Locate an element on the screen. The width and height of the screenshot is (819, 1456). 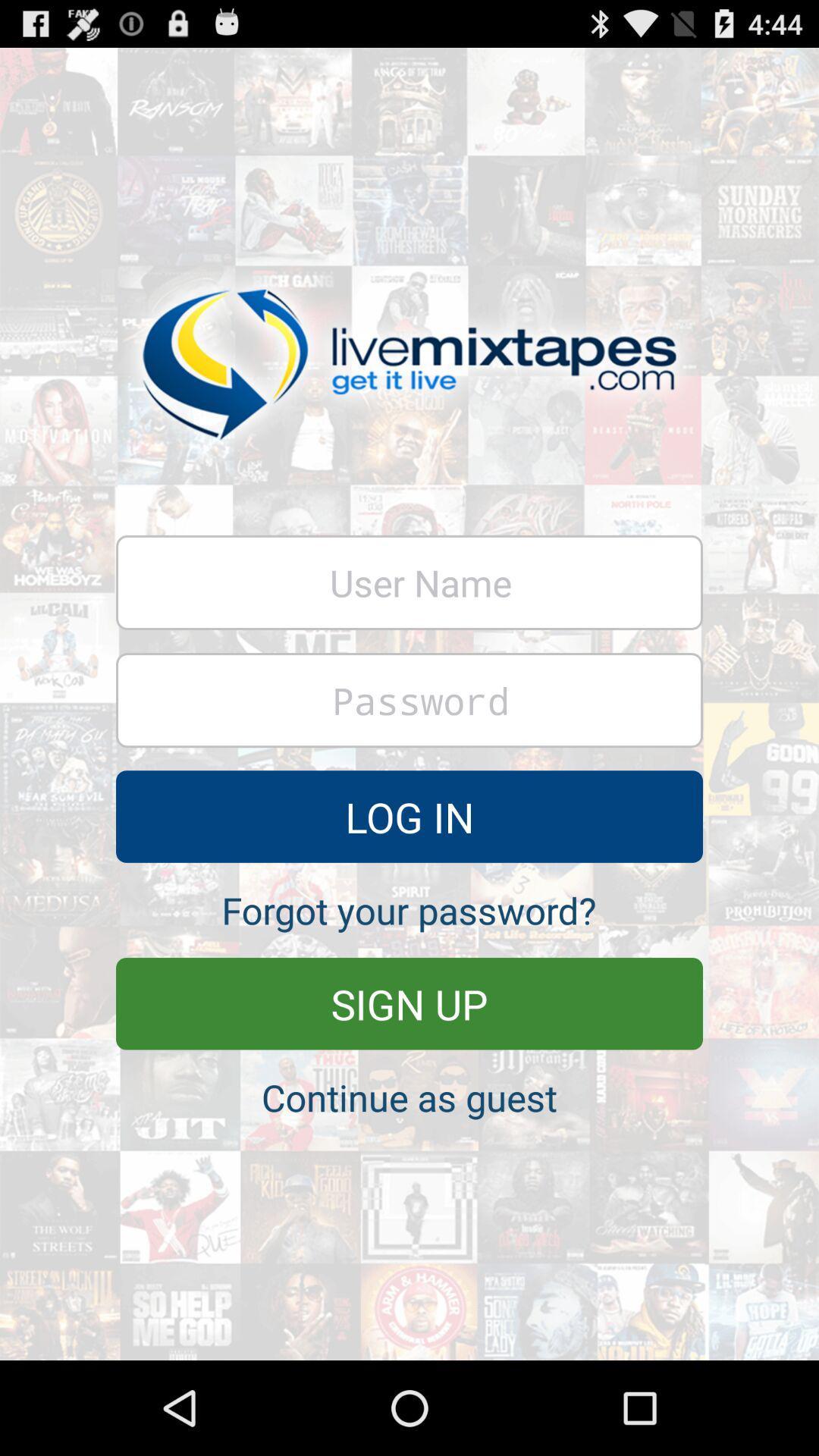
user name is located at coordinates (409, 582).